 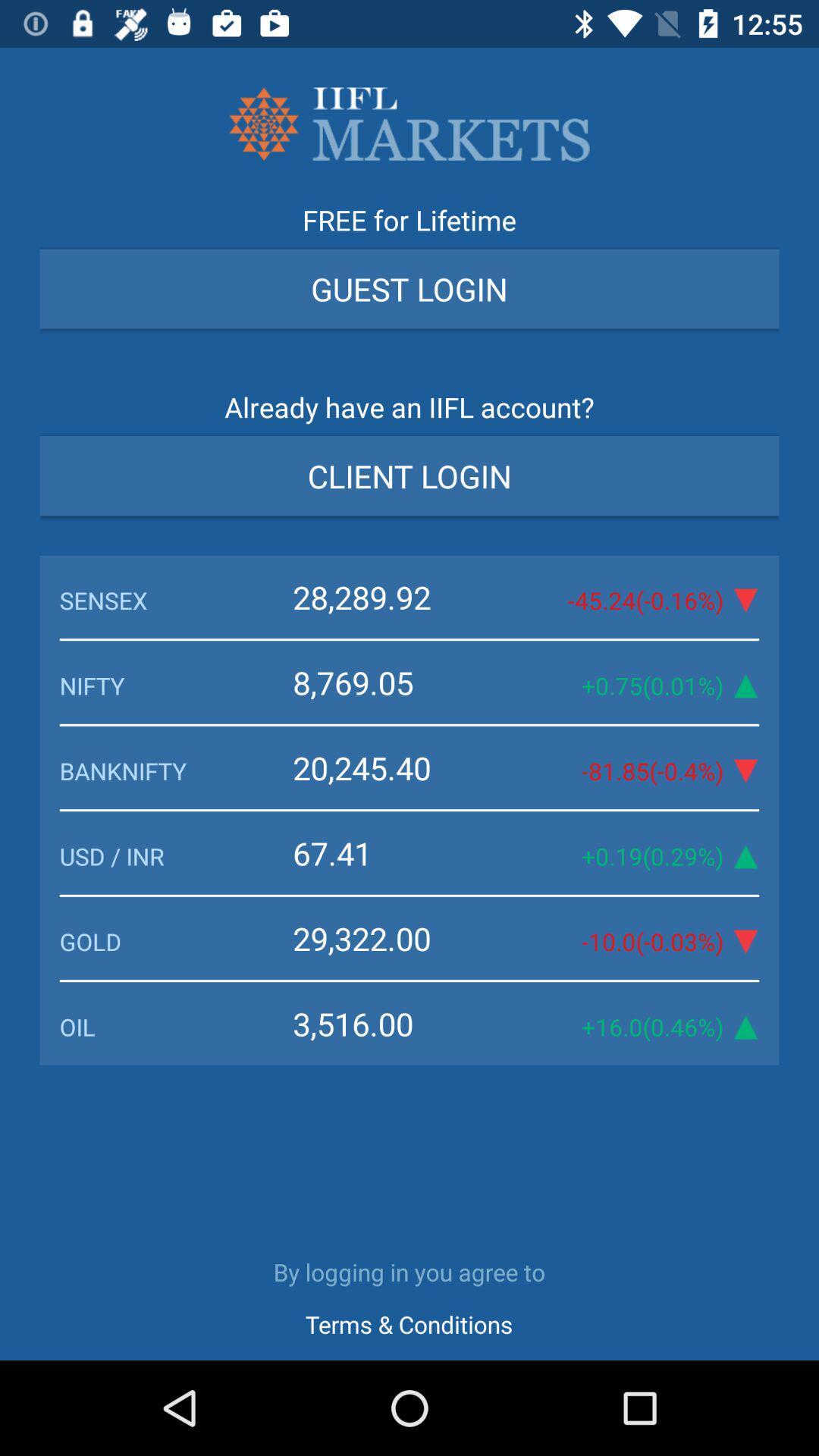 What do you see at coordinates (409, 412) in the screenshot?
I see `already have an icon` at bounding box center [409, 412].